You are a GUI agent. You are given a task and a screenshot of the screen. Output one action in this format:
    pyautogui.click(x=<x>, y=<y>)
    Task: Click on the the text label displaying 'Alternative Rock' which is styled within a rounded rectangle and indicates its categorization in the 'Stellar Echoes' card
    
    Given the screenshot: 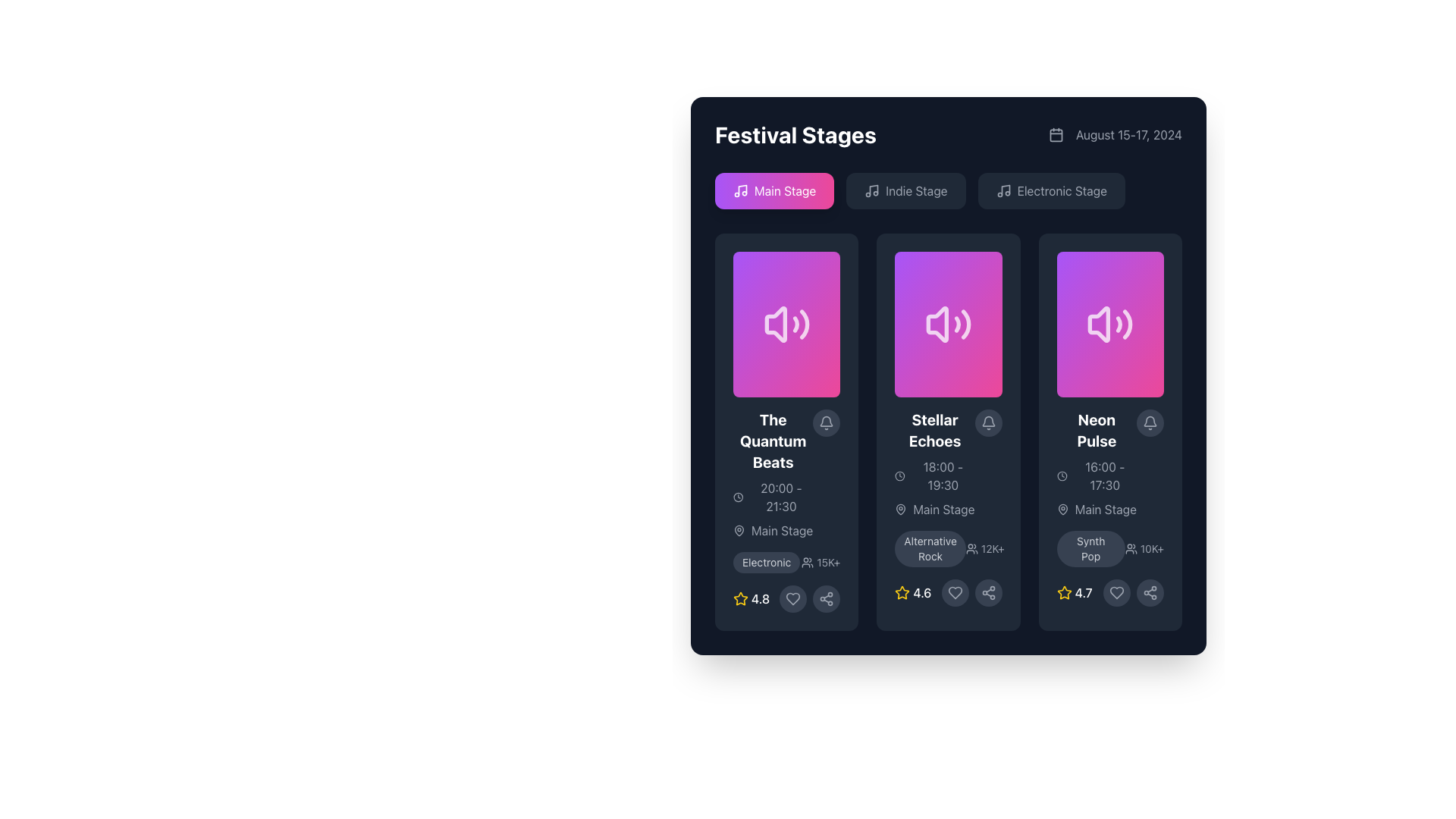 What is the action you would take?
    pyautogui.click(x=948, y=549)
    